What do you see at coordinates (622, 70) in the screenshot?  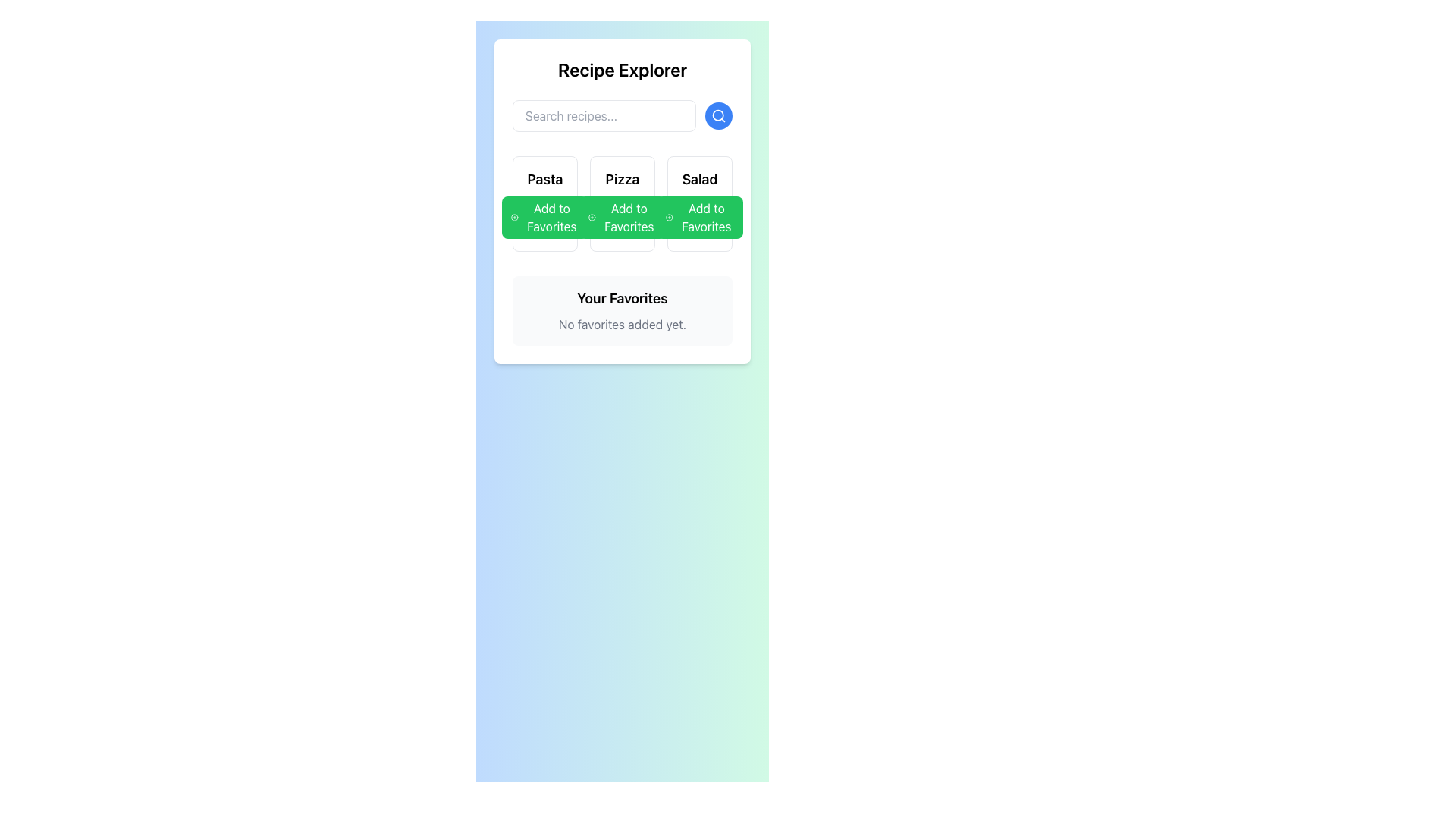 I see `the static text label displaying 'Recipe Explorer', which is styled with a significant font size and bold weight, located at the top of the card-like component` at bounding box center [622, 70].